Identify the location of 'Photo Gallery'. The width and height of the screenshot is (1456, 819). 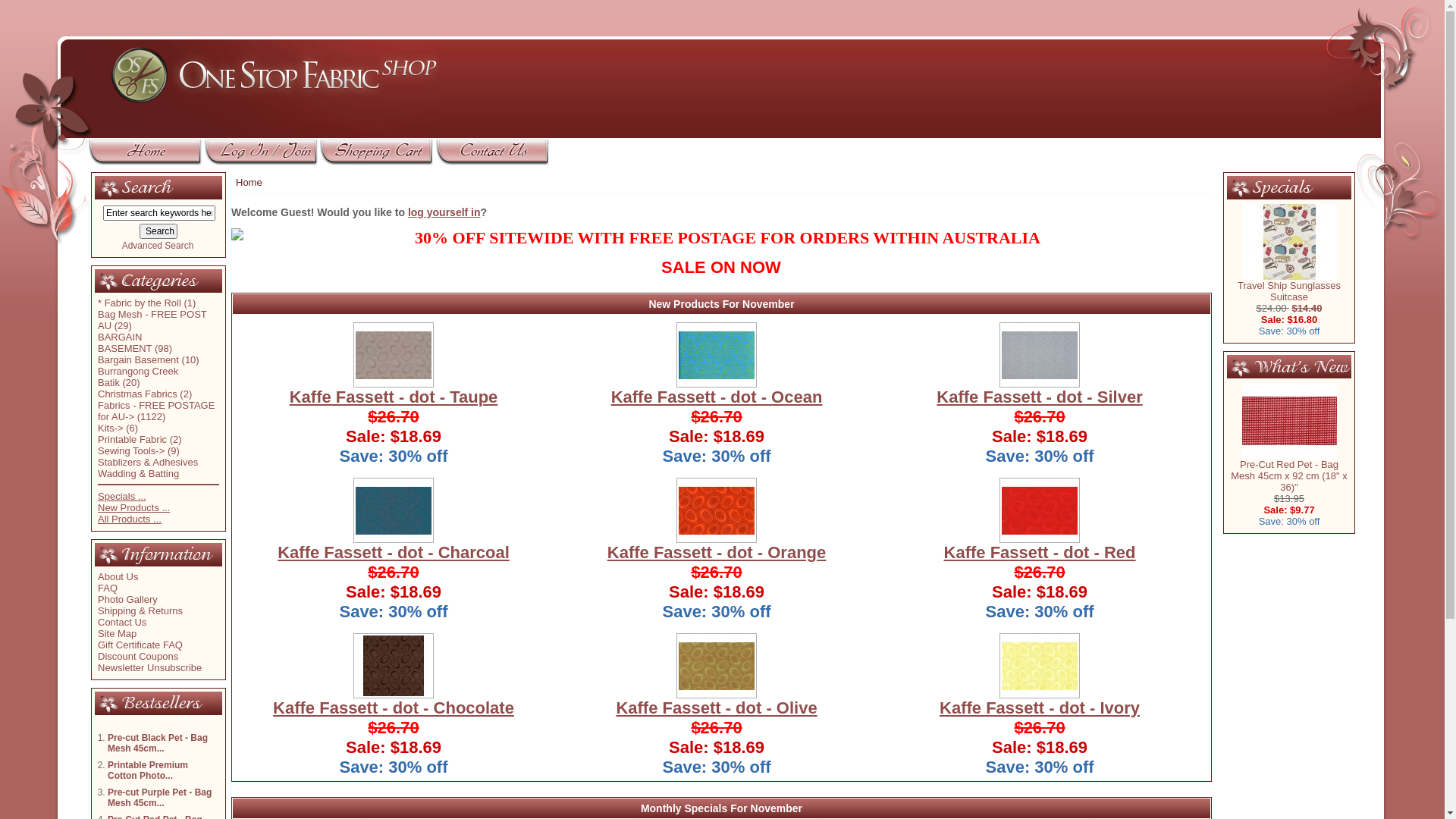
(97, 598).